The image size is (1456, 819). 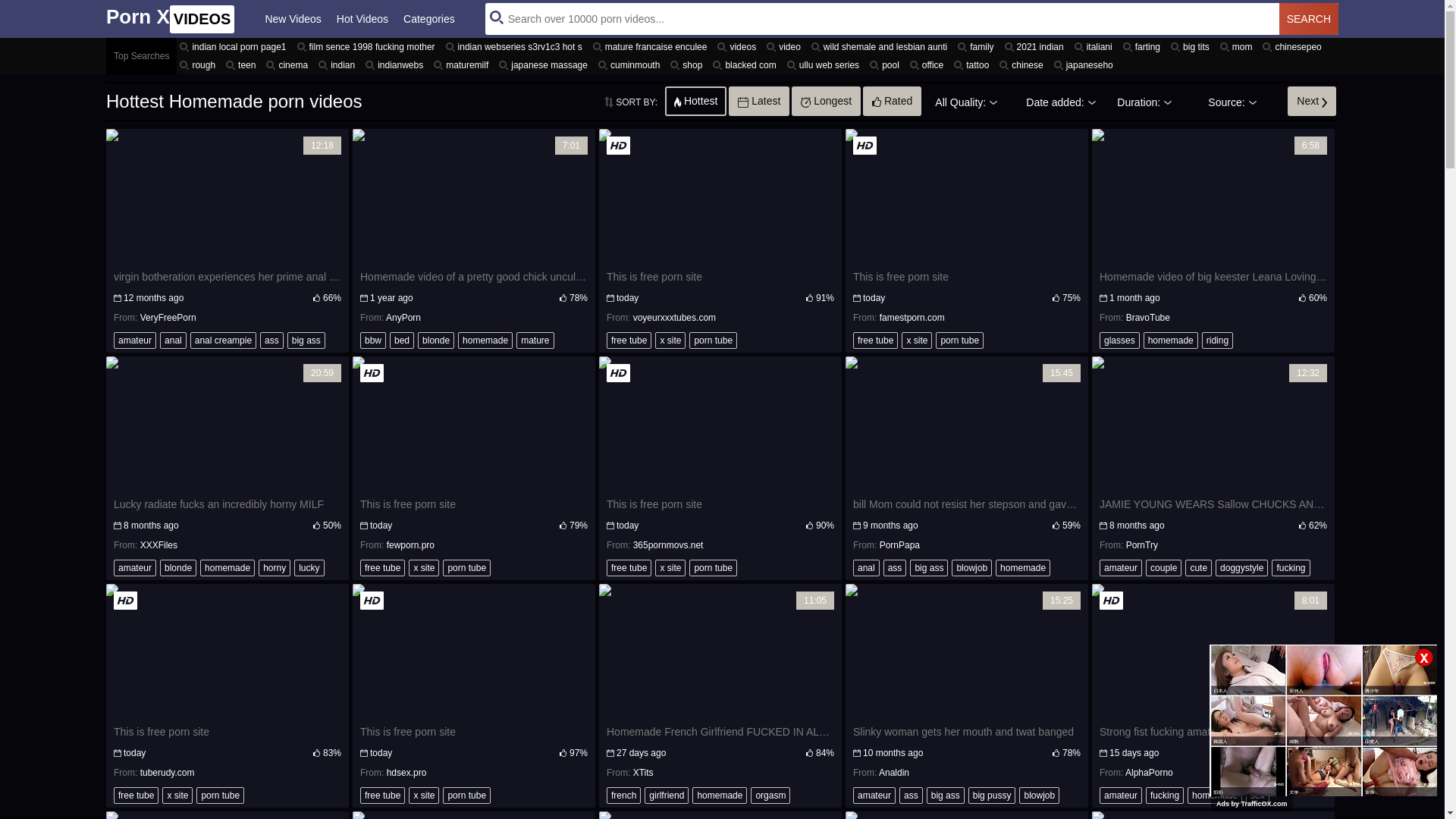 What do you see at coordinates (1217, 339) in the screenshot?
I see `'riding'` at bounding box center [1217, 339].